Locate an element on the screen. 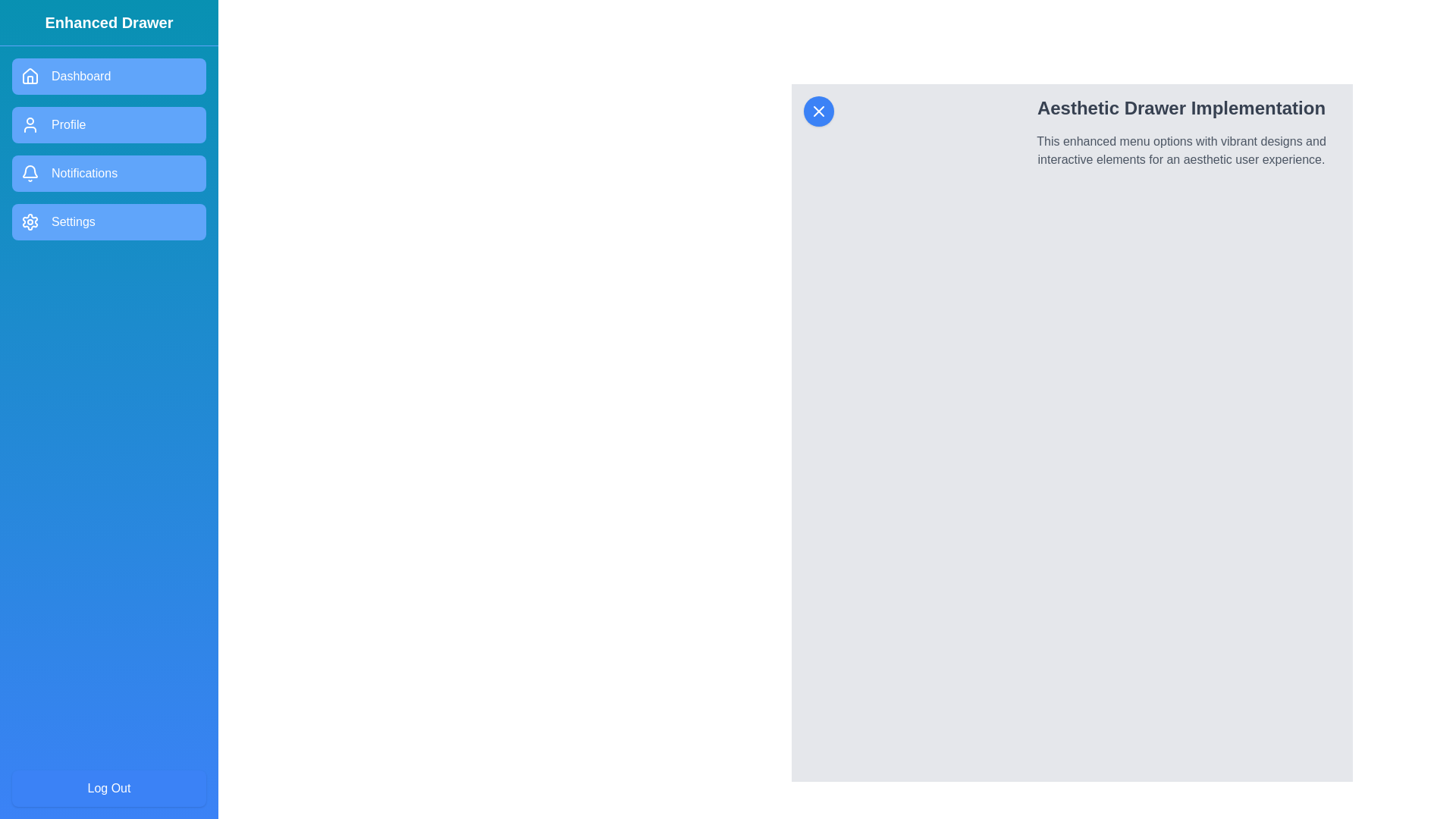 This screenshot has height=819, width=1456. the 'Notifications' button that contains the bell icon, located in the vertical menu on the left side of the interface is located at coordinates (30, 171).